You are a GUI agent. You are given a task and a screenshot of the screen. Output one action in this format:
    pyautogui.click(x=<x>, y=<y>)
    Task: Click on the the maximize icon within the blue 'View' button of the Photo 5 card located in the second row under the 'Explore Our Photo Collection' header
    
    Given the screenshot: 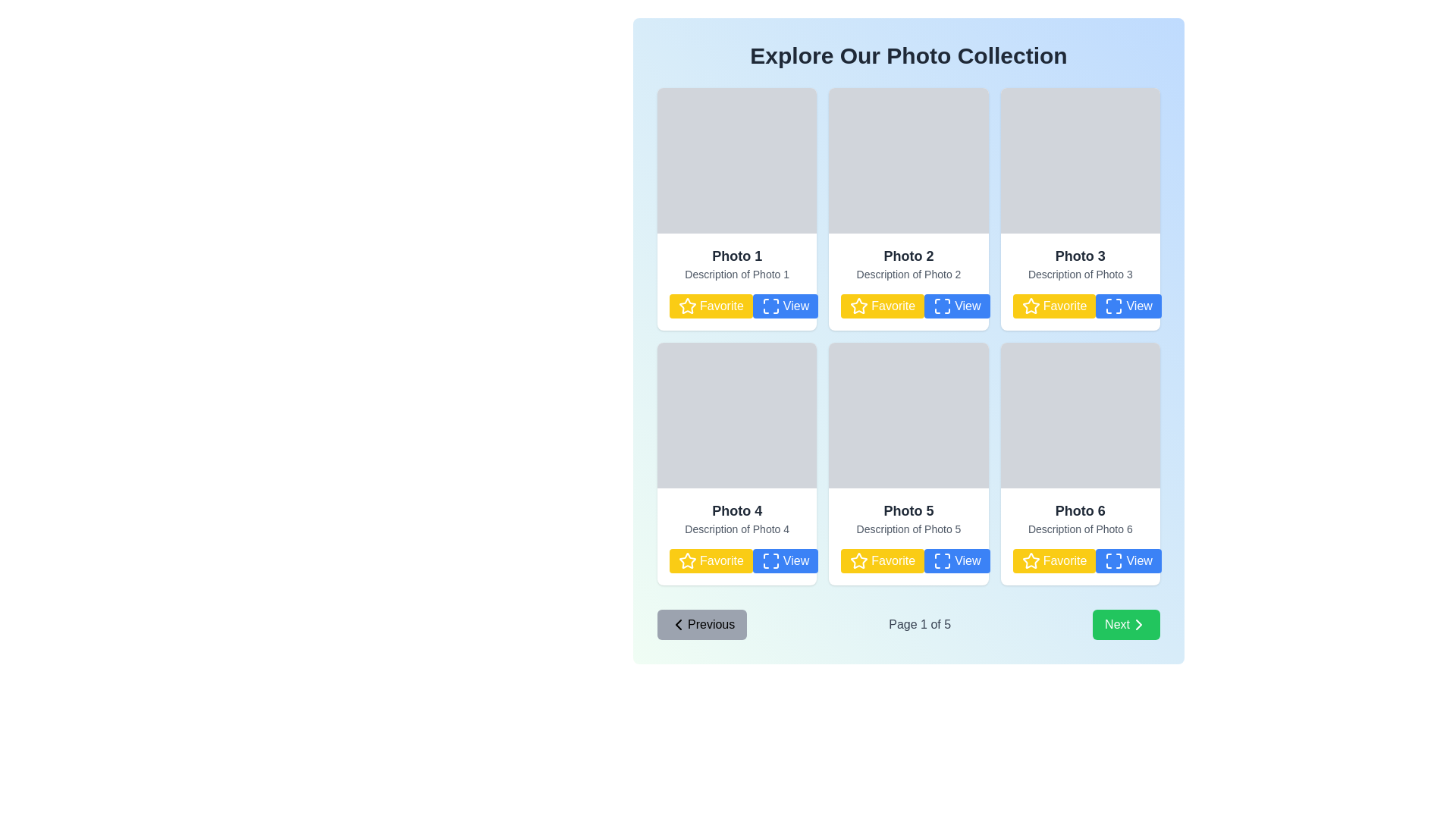 What is the action you would take?
    pyautogui.click(x=942, y=561)
    